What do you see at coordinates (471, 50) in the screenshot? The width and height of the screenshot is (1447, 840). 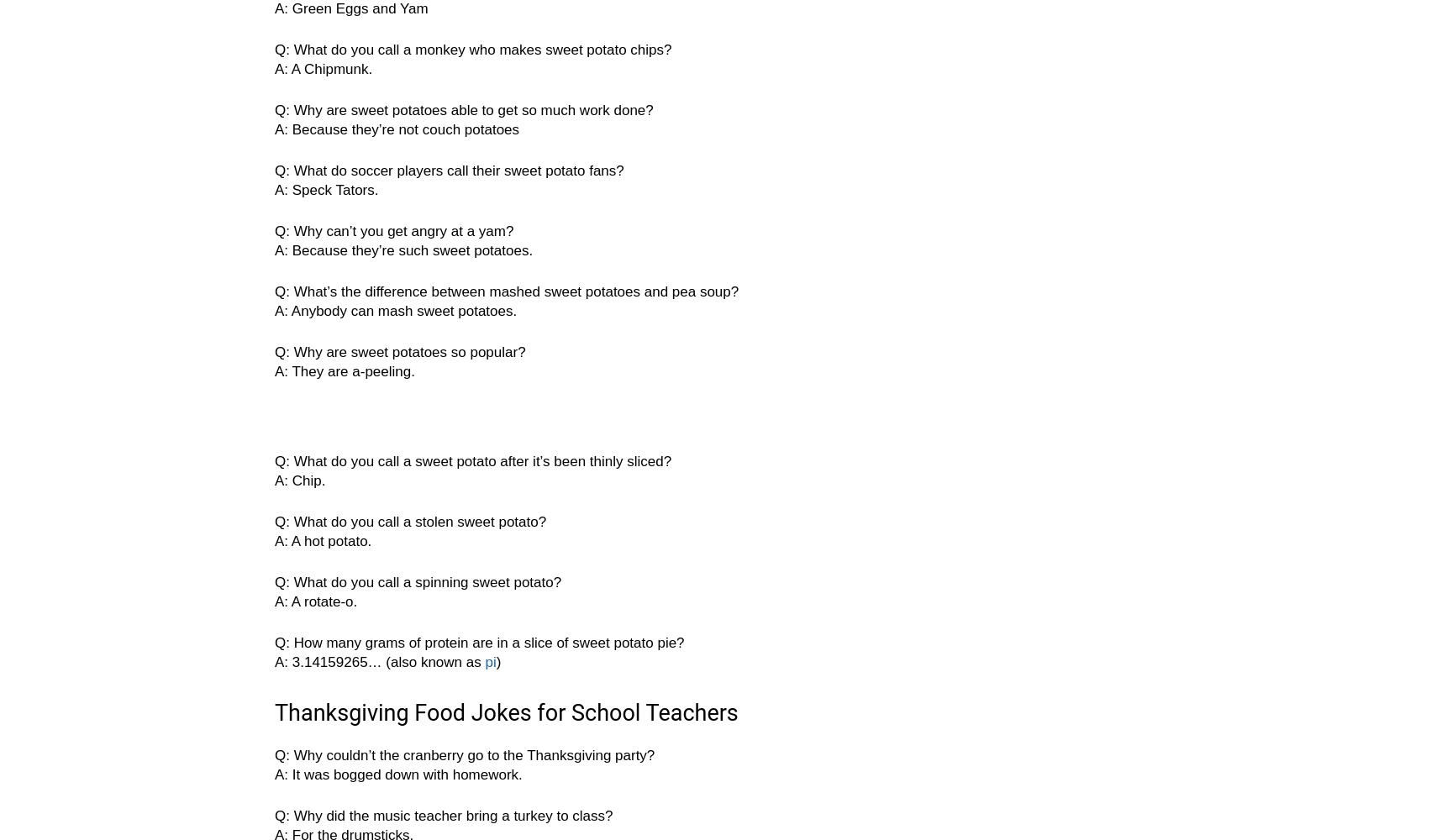 I see `'Q: What do you call a monkey who makes sweet potato chips?'` at bounding box center [471, 50].